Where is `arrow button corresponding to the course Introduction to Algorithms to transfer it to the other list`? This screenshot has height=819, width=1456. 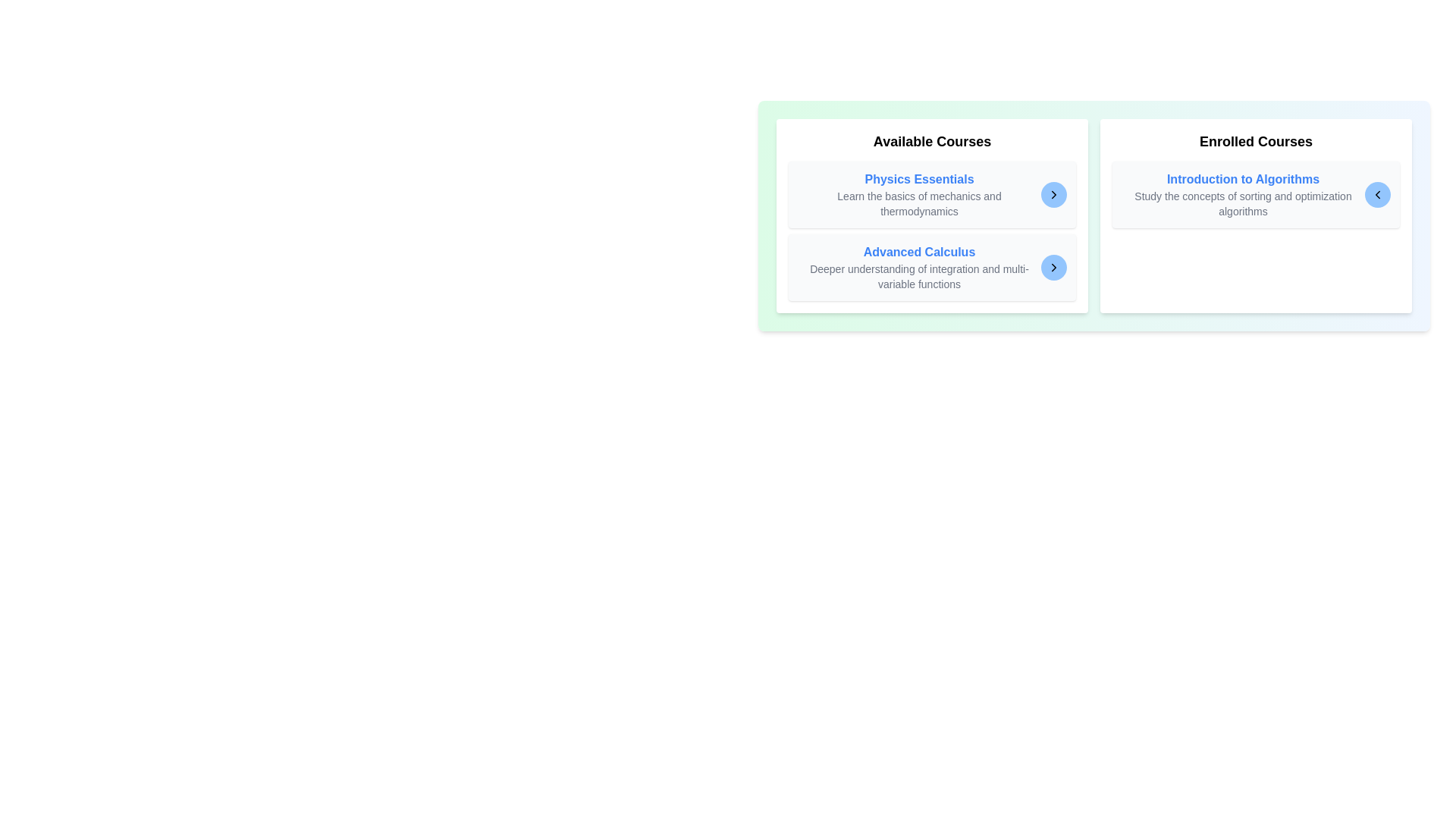
arrow button corresponding to the course Introduction to Algorithms to transfer it to the other list is located at coordinates (1378, 194).